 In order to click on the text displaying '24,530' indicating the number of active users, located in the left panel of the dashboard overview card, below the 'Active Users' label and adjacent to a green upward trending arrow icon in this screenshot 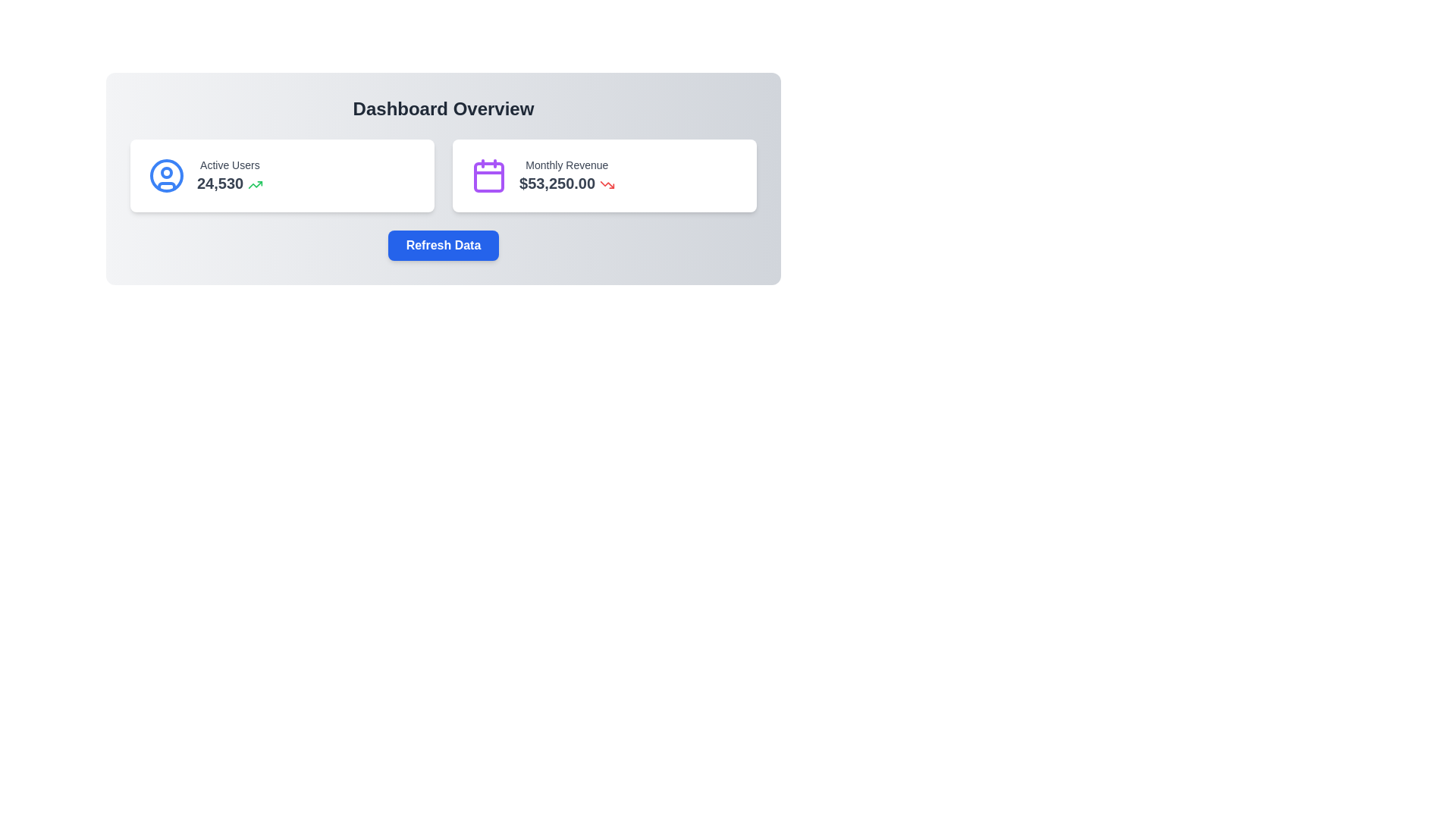, I will do `click(229, 183)`.